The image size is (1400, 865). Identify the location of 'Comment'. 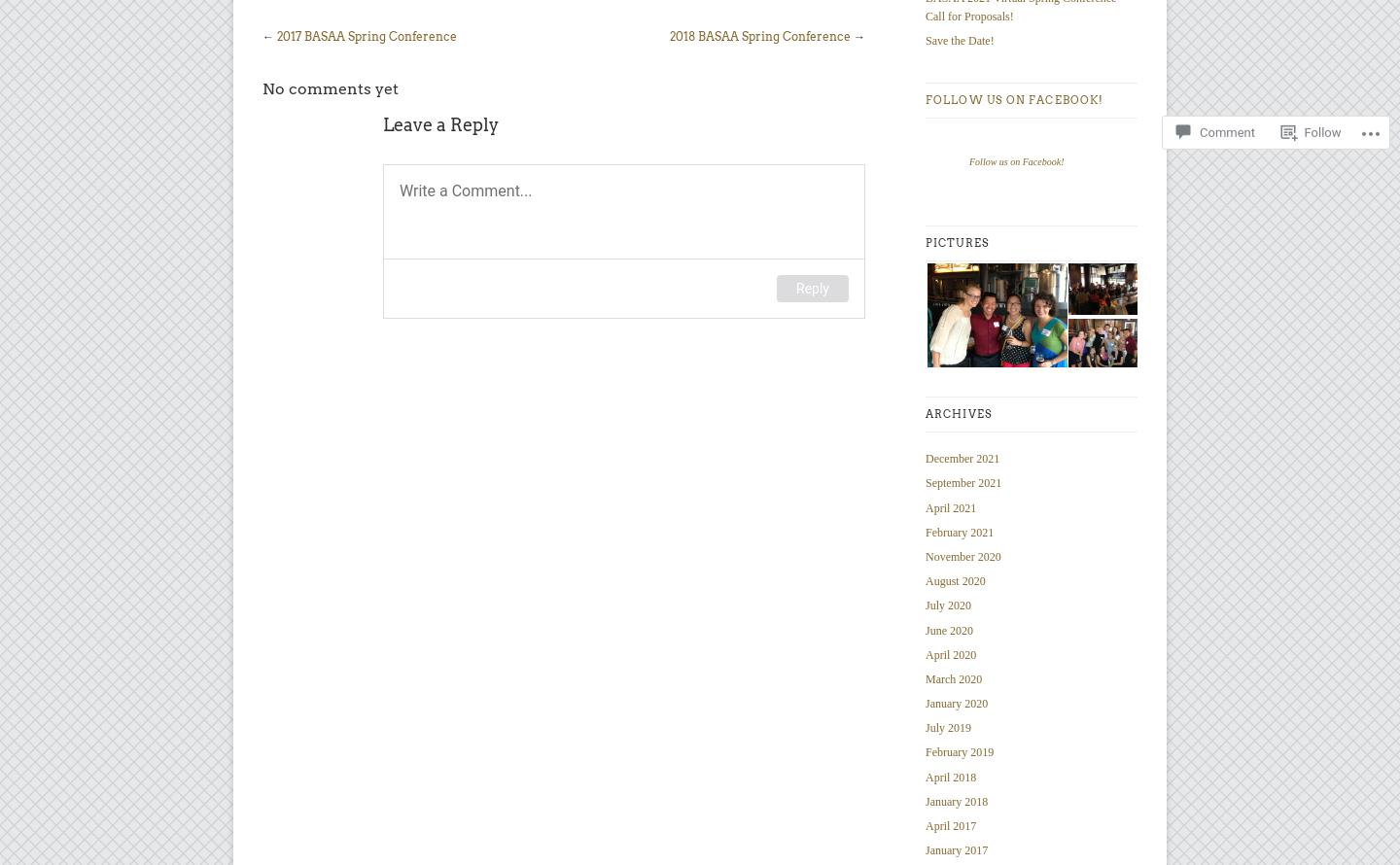
(1227, 79).